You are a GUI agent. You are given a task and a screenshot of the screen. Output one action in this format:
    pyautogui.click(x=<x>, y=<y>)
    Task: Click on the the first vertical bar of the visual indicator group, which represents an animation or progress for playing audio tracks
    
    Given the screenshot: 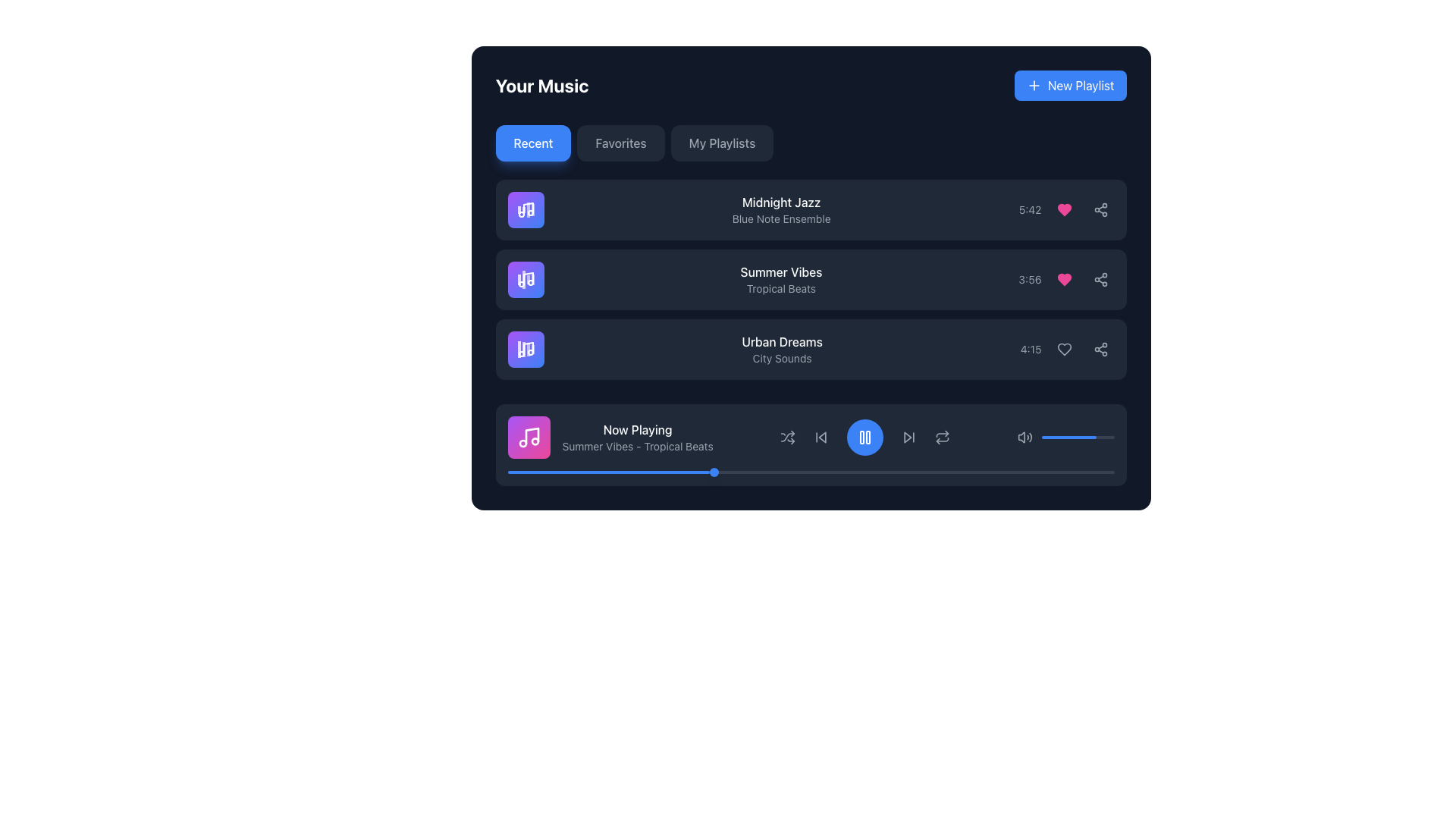 What is the action you would take?
    pyautogui.click(x=519, y=210)
    